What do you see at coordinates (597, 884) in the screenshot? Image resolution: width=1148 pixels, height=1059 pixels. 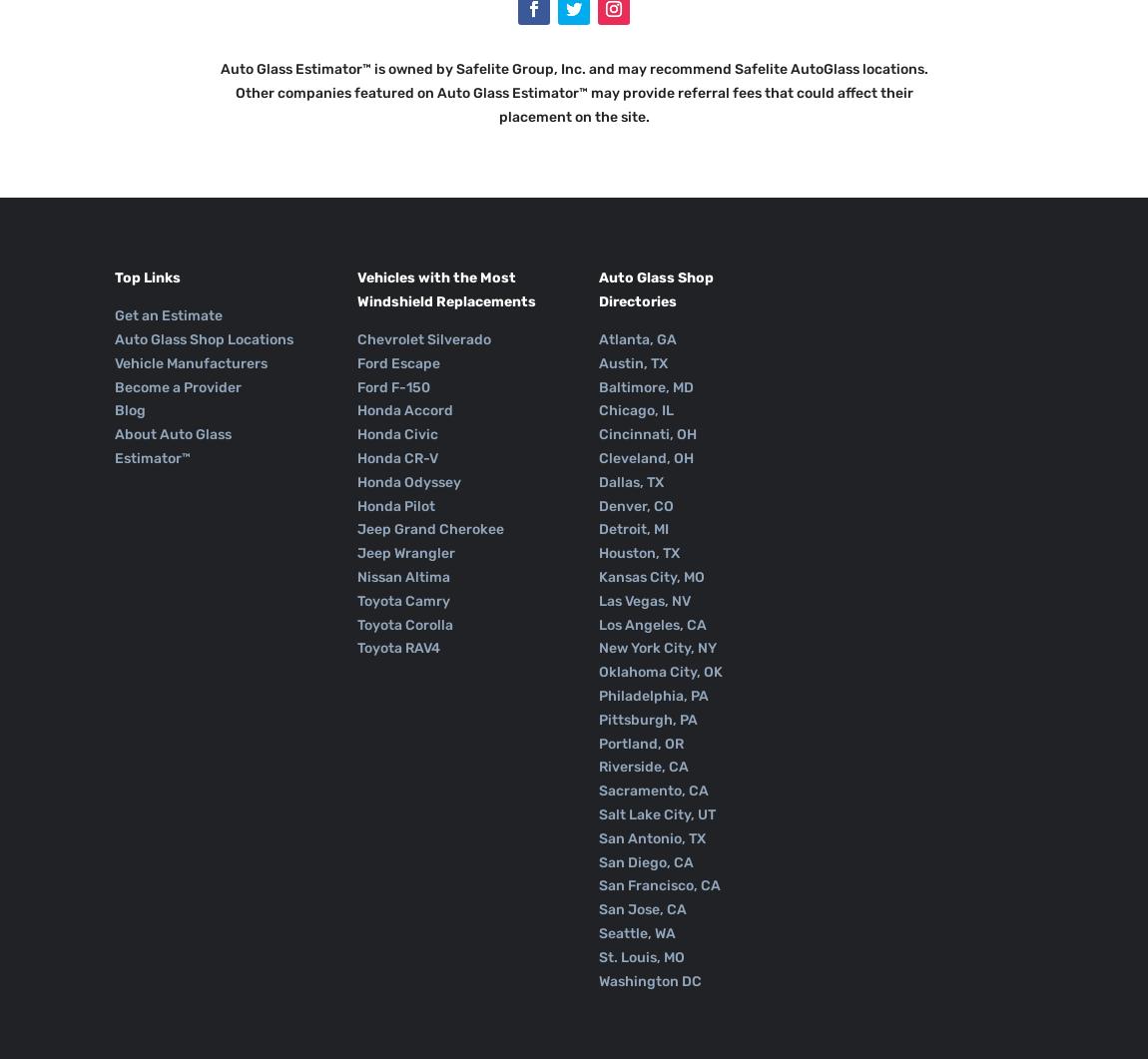 I see `'San Francisco, CA'` at bounding box center [597, 884].